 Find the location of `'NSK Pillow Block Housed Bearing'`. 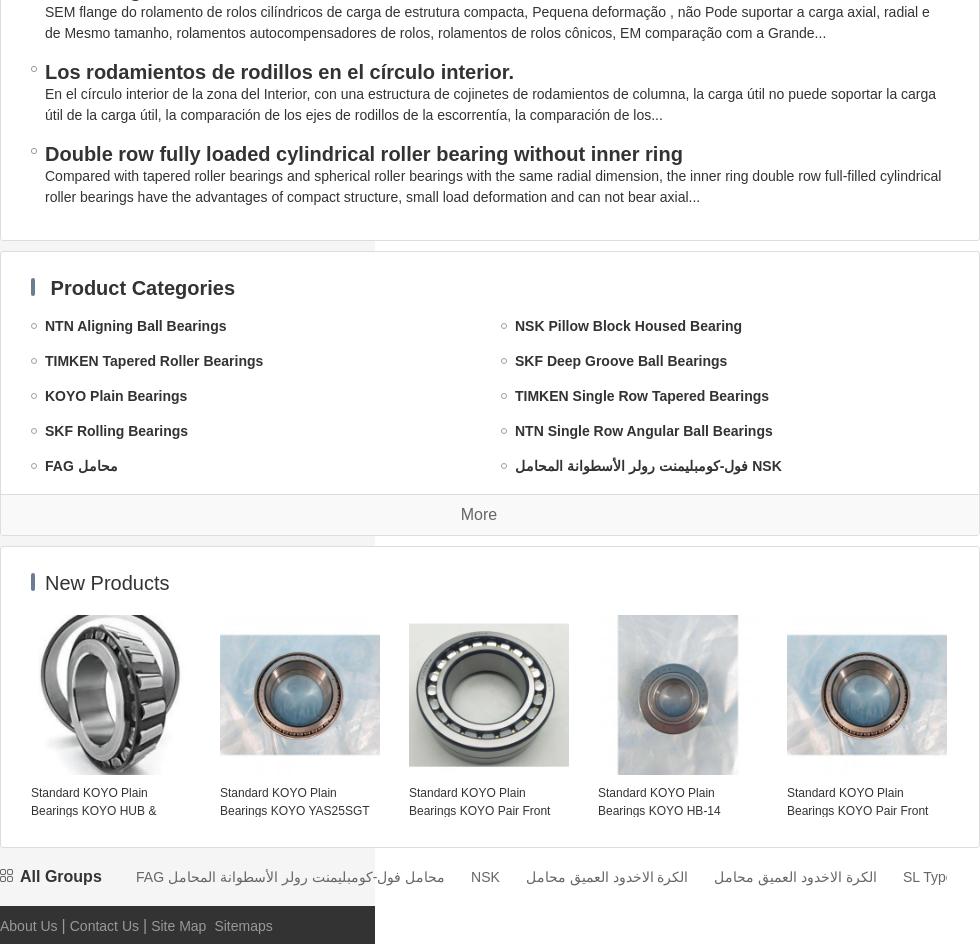

'NSK Pillow Block Housed Bearing' is located at coordinates (514, 324).